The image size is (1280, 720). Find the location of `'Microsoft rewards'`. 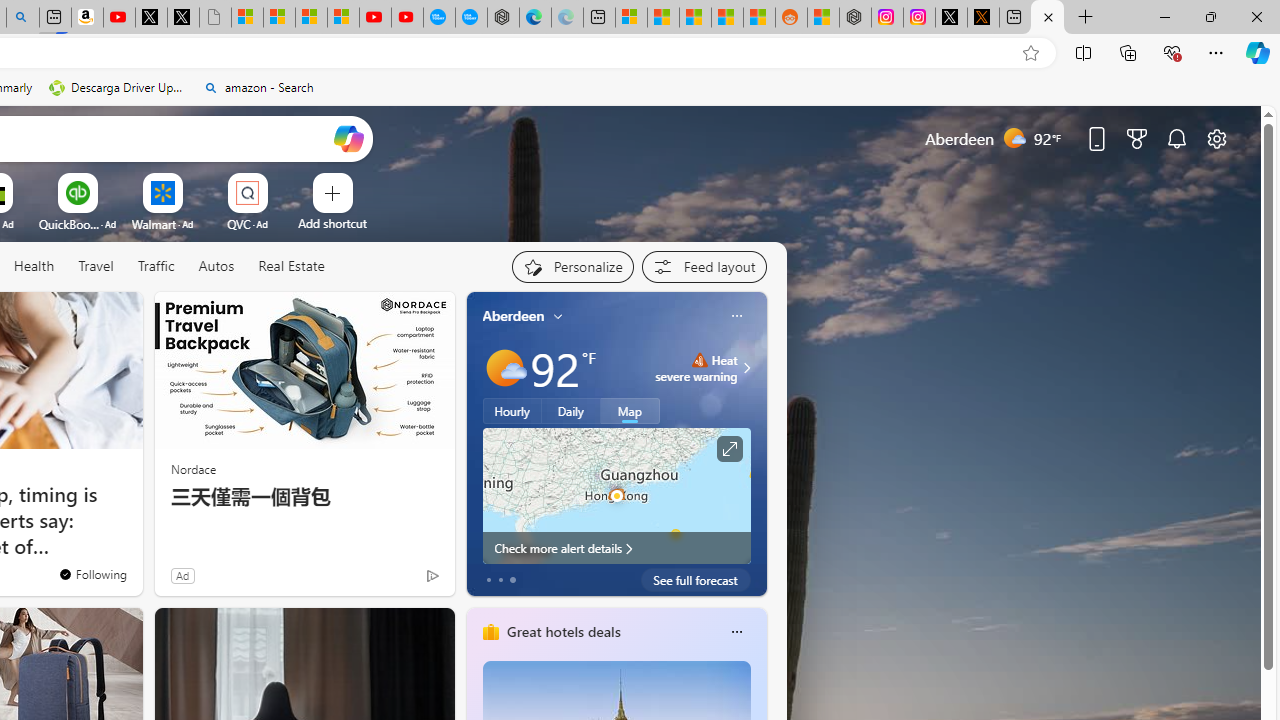

'Microsoft rewards' is located at coordinates (1137, 137).